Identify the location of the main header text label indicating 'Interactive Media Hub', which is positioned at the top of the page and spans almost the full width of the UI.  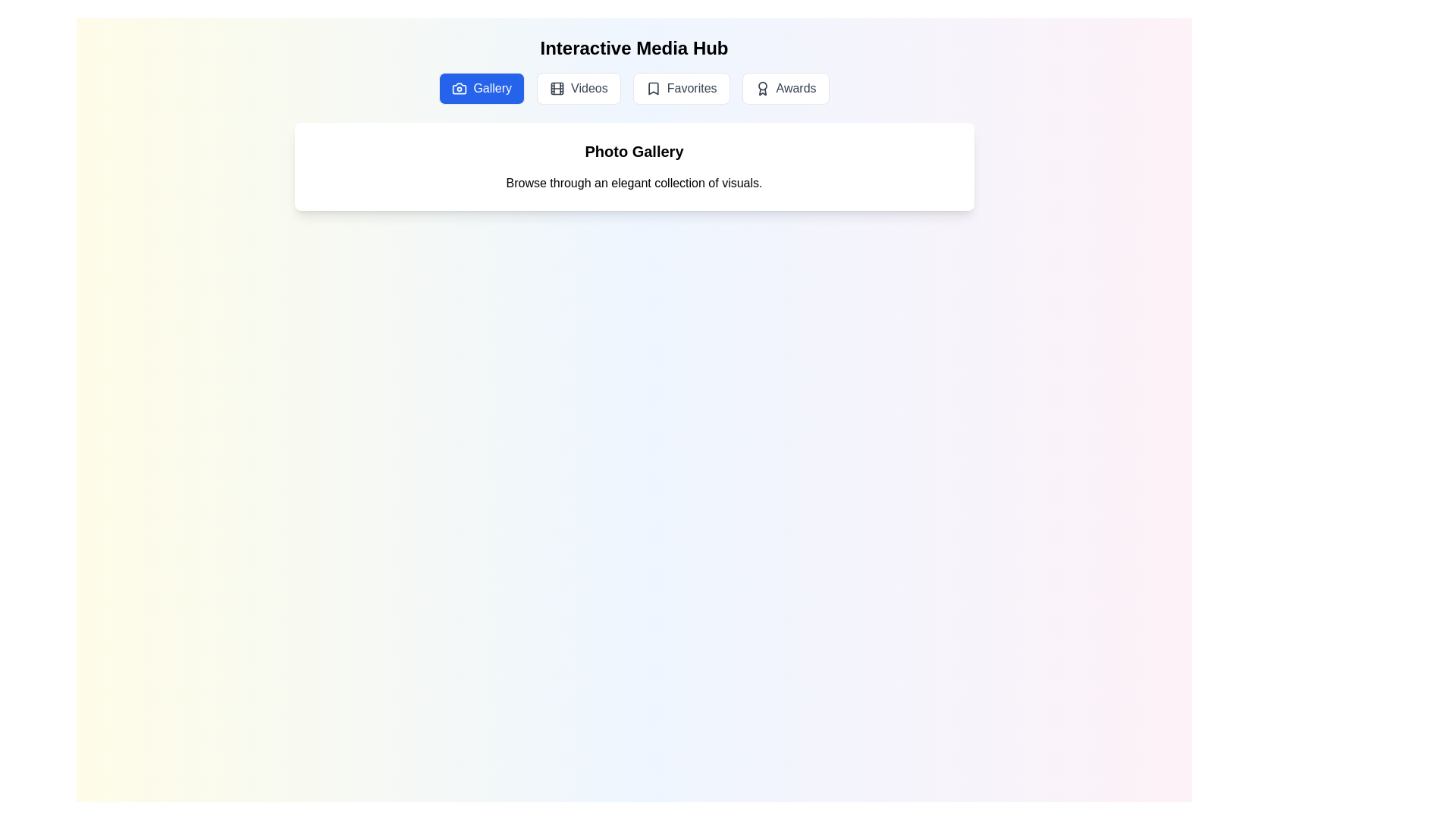
(634, 48).